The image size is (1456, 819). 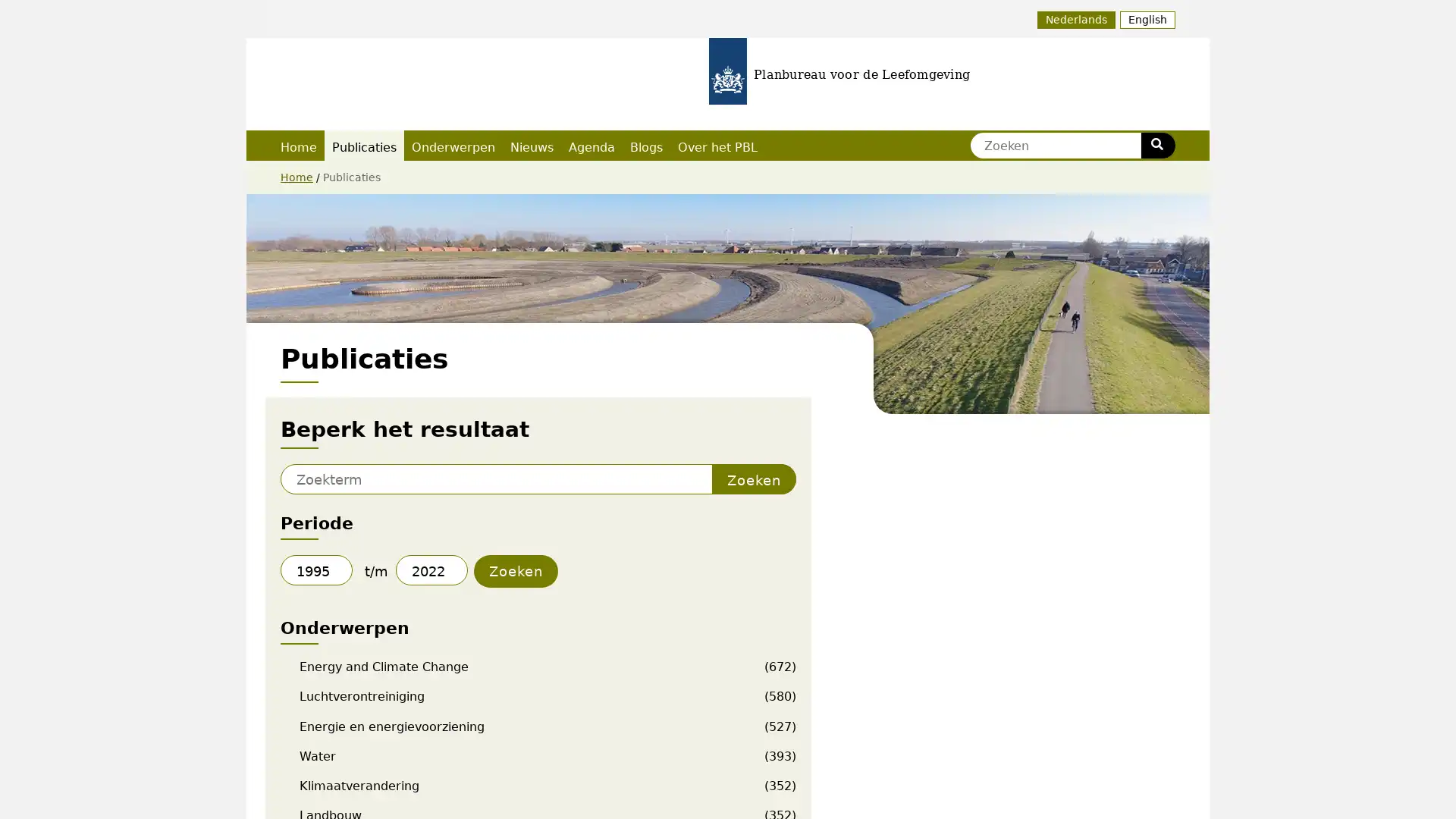 I want to click on Zoeken, so click(x=754, y=479).